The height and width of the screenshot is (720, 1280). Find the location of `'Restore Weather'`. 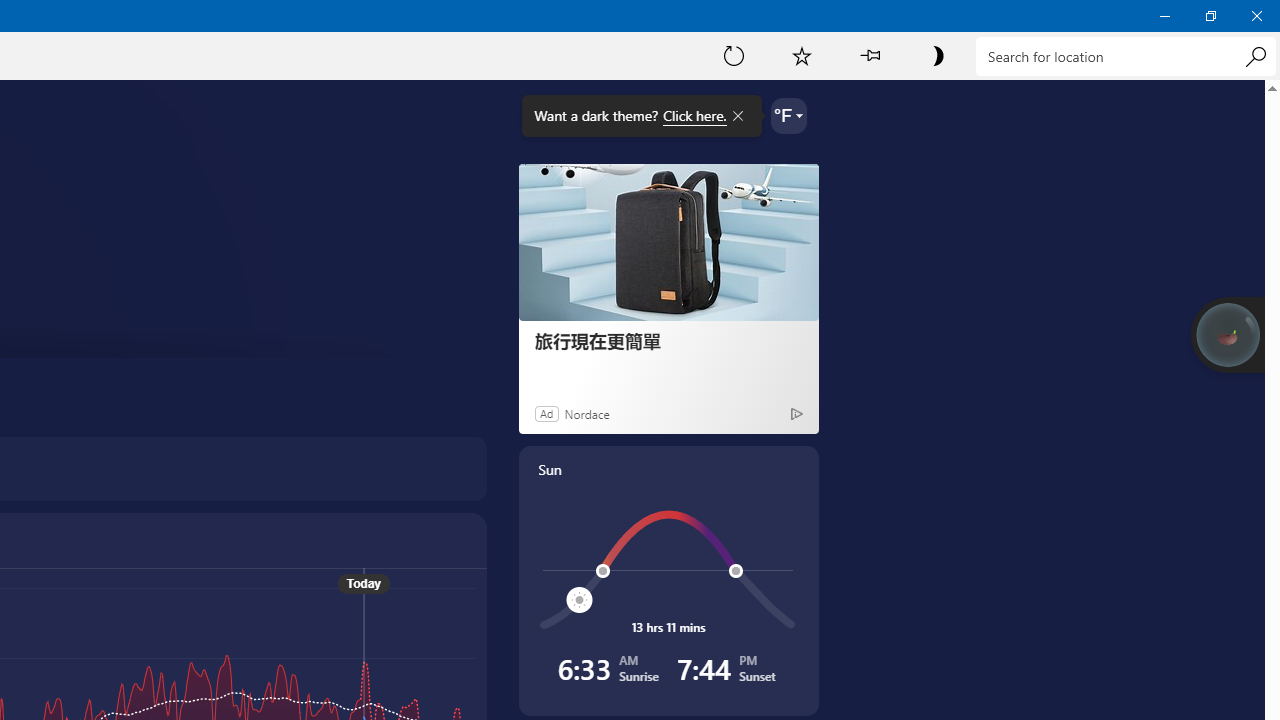

'Restore Weather' is located at coordinates (1209, 15).